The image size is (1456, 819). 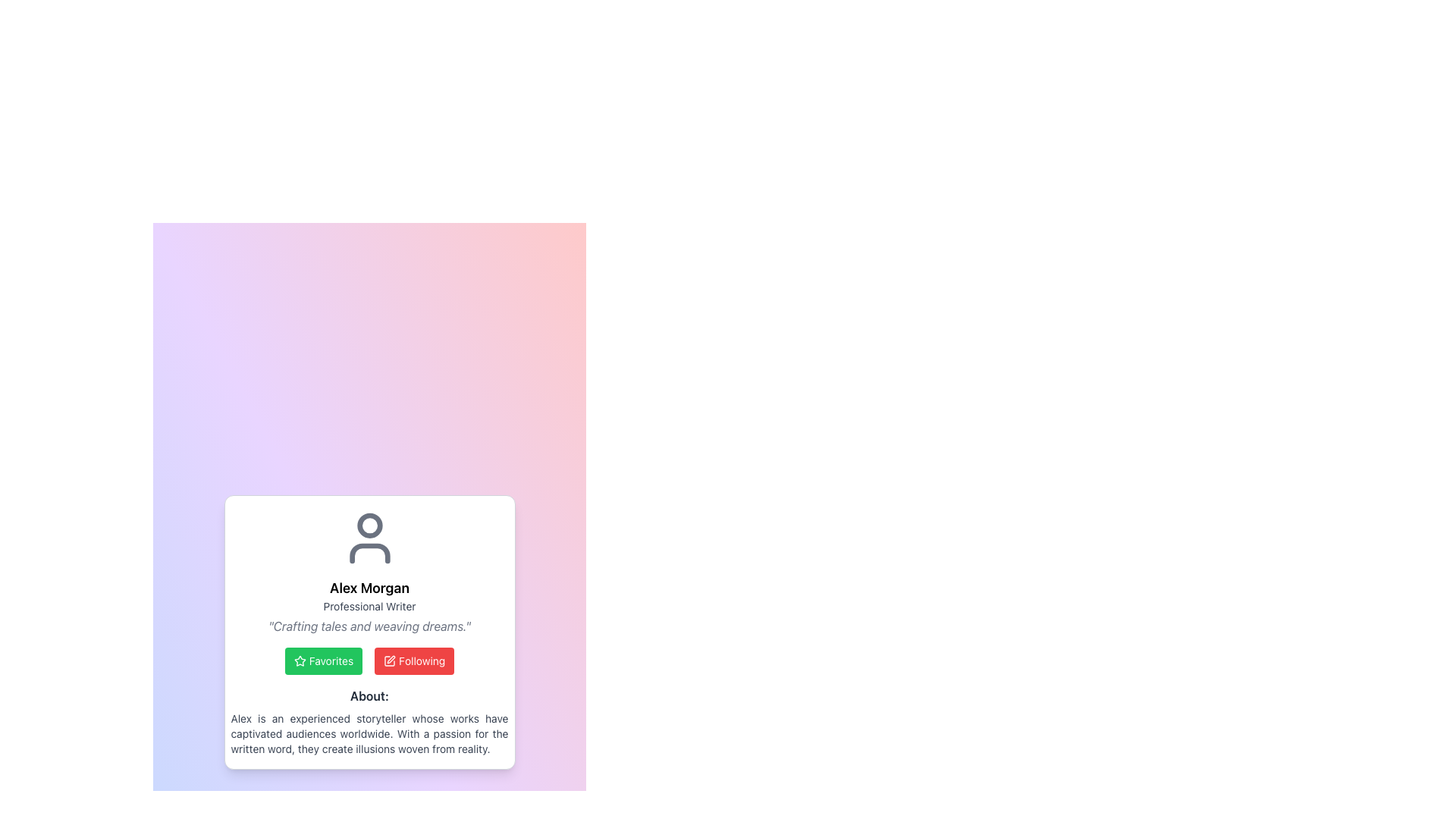 I want to click on the star-shaped icon with a green fill color, located within the green 'Favorites' button, so click(x=300, y=660).